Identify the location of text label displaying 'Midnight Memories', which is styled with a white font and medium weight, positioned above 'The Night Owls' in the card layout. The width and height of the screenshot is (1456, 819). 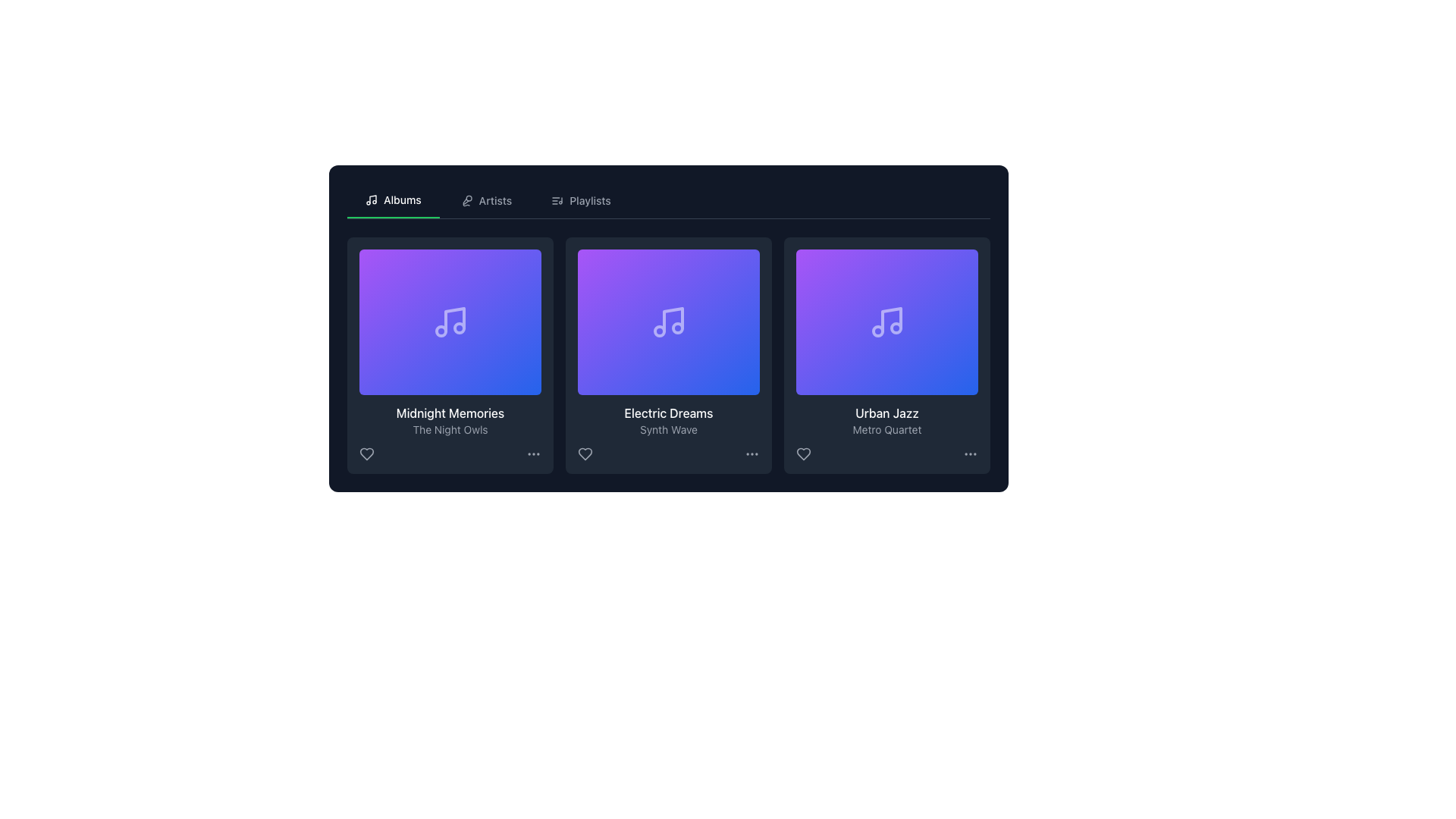
(450, 413).